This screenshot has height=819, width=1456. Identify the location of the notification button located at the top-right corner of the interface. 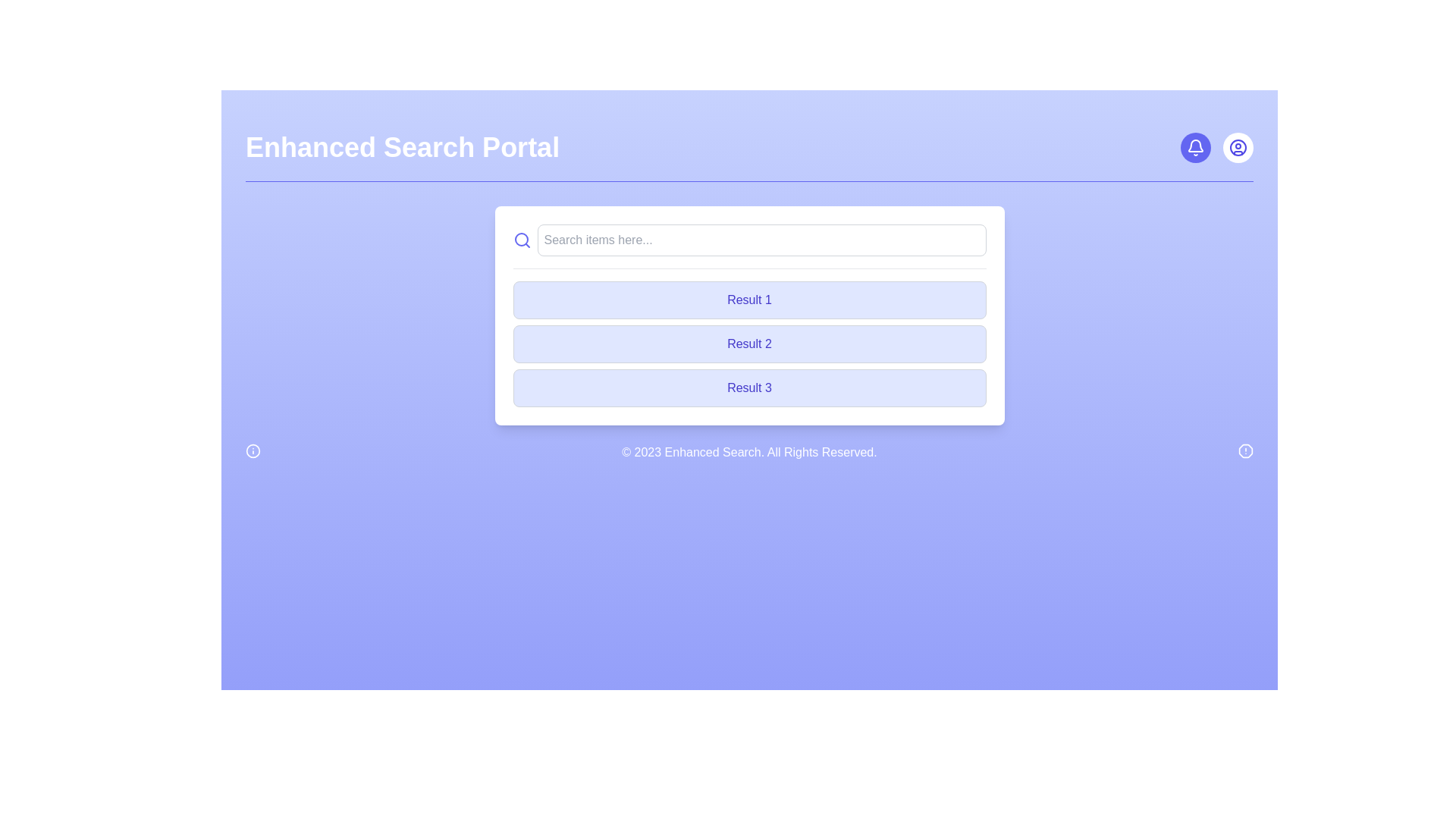
(1195, 148).